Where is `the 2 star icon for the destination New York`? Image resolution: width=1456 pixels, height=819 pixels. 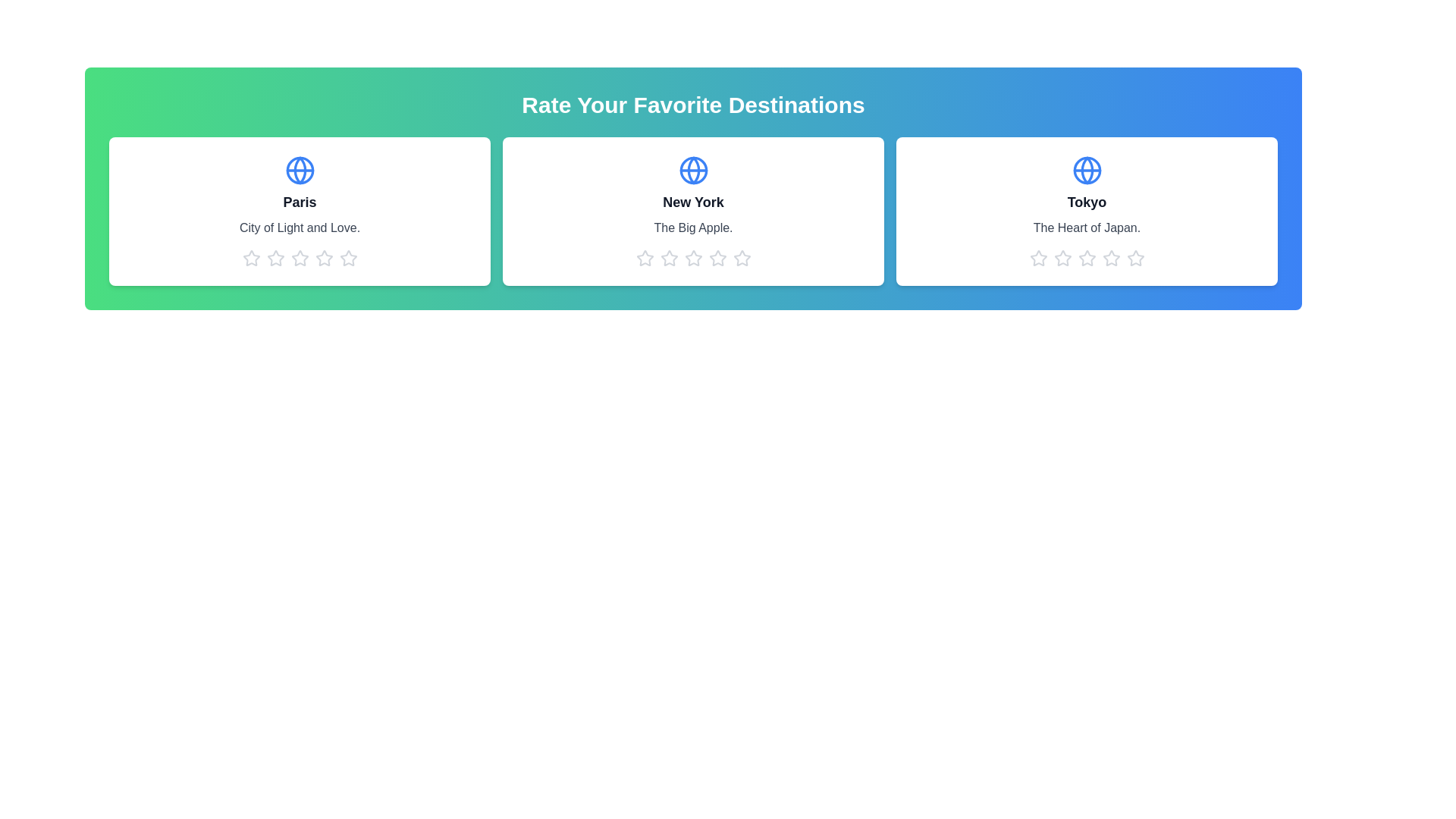
the 2 star icon for the destination New York is located at coordinates (668, 257).